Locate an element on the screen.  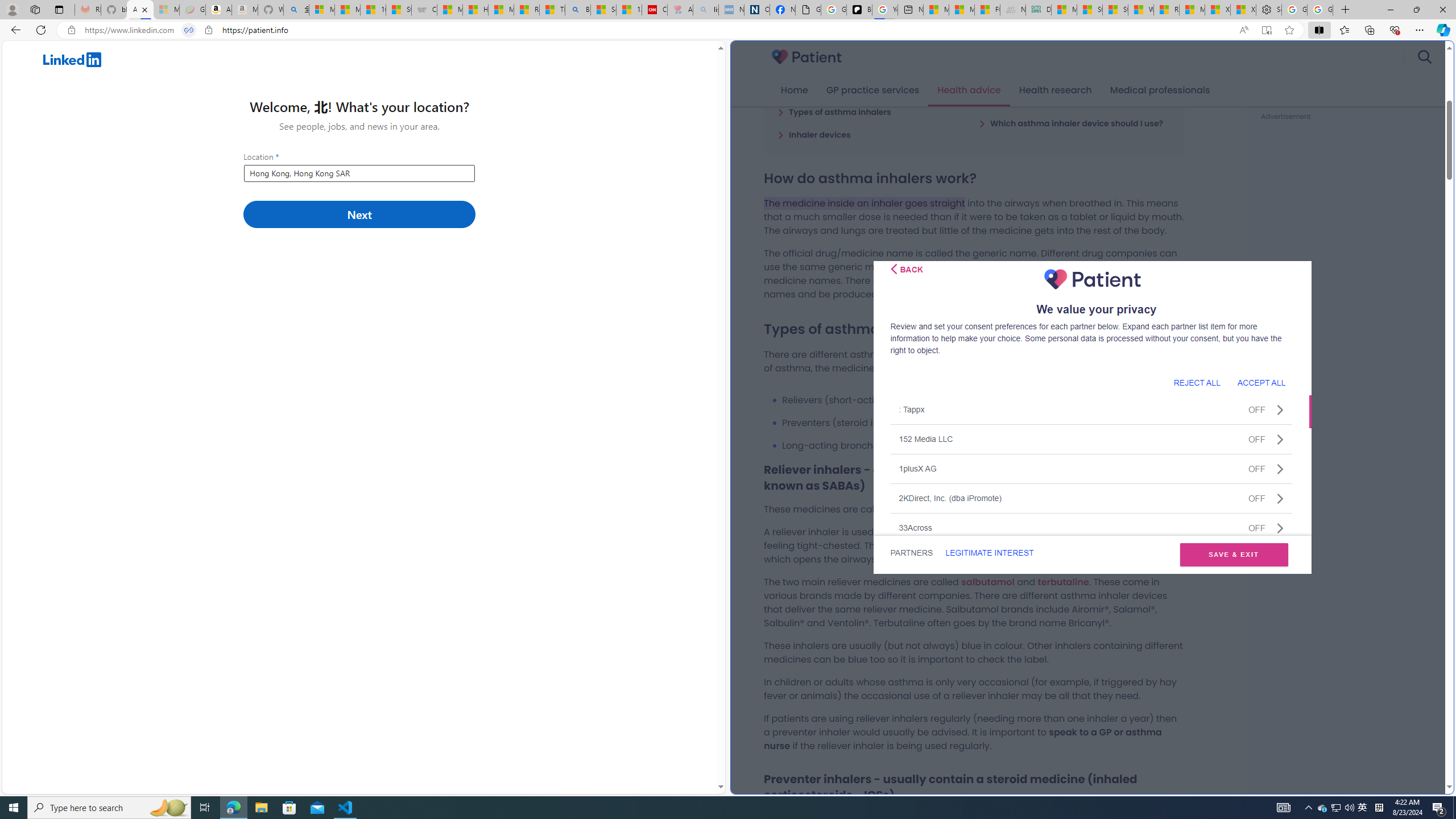
'Arthritis: Ask Health Professionals - Sleeping' is located at coordinates (679, 9).